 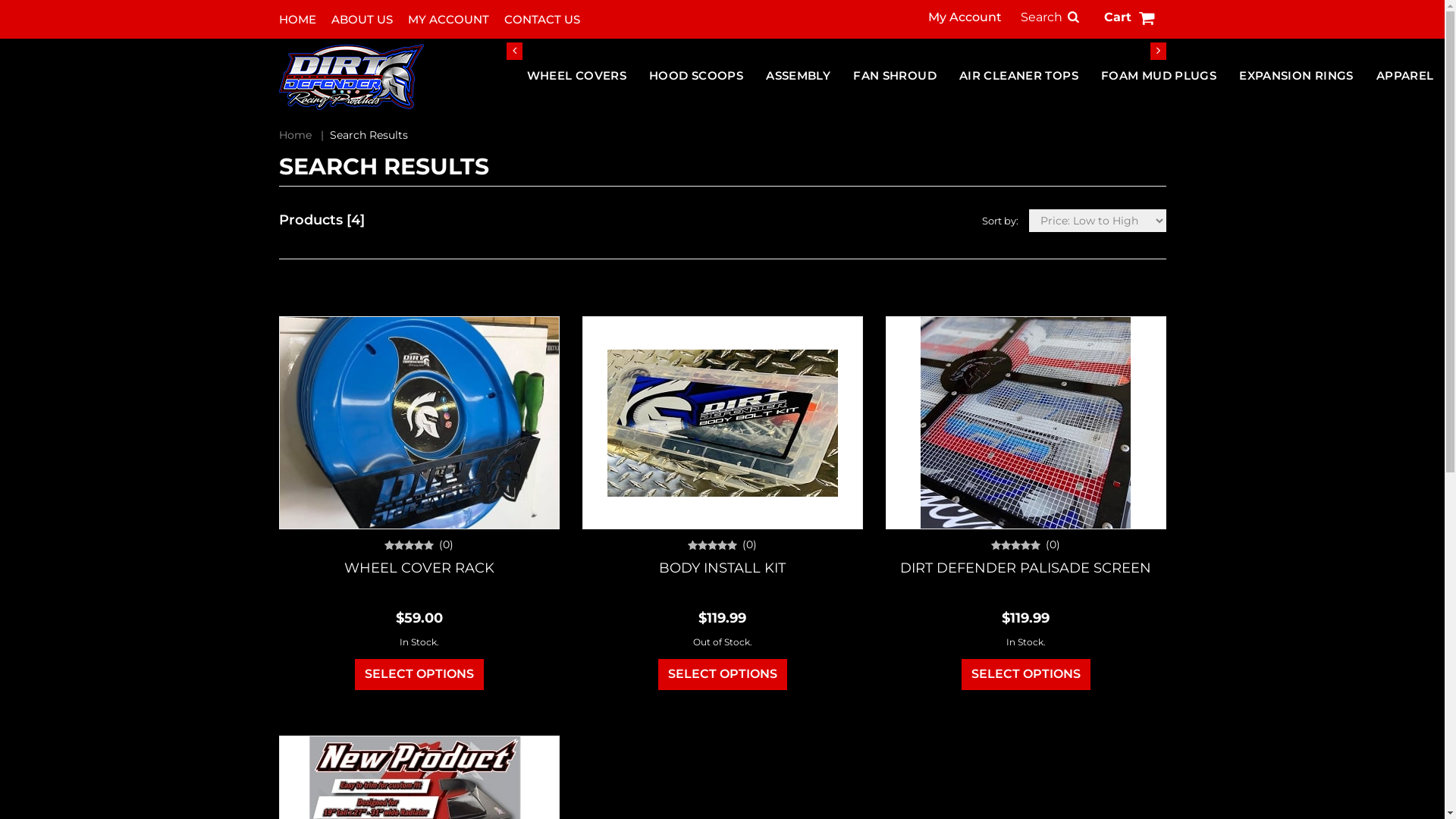 I want to click on 'ASSEMBLY', so click(x=797, y=76).